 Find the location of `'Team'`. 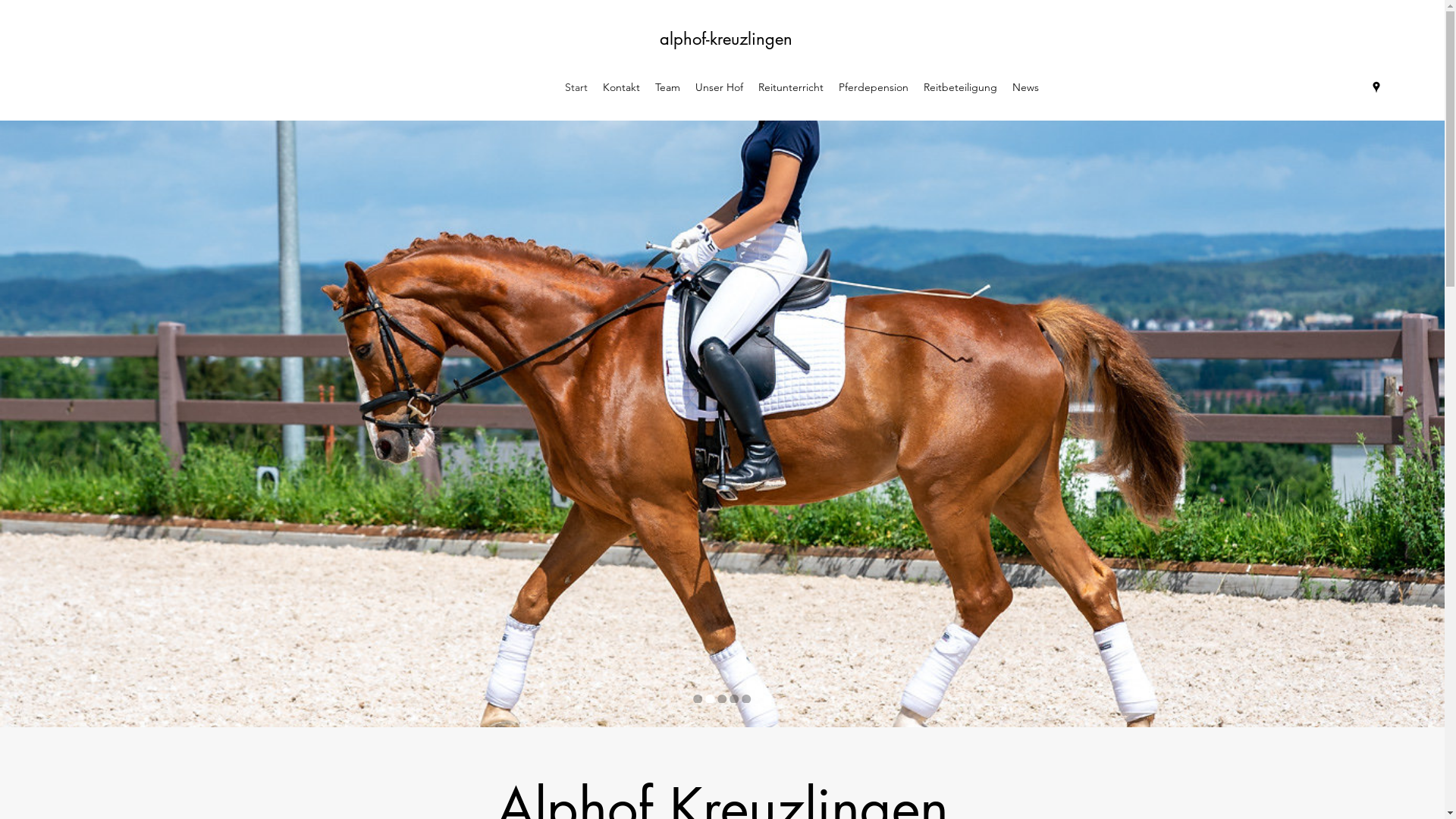

'Team' is located at coordinates (667, 87).